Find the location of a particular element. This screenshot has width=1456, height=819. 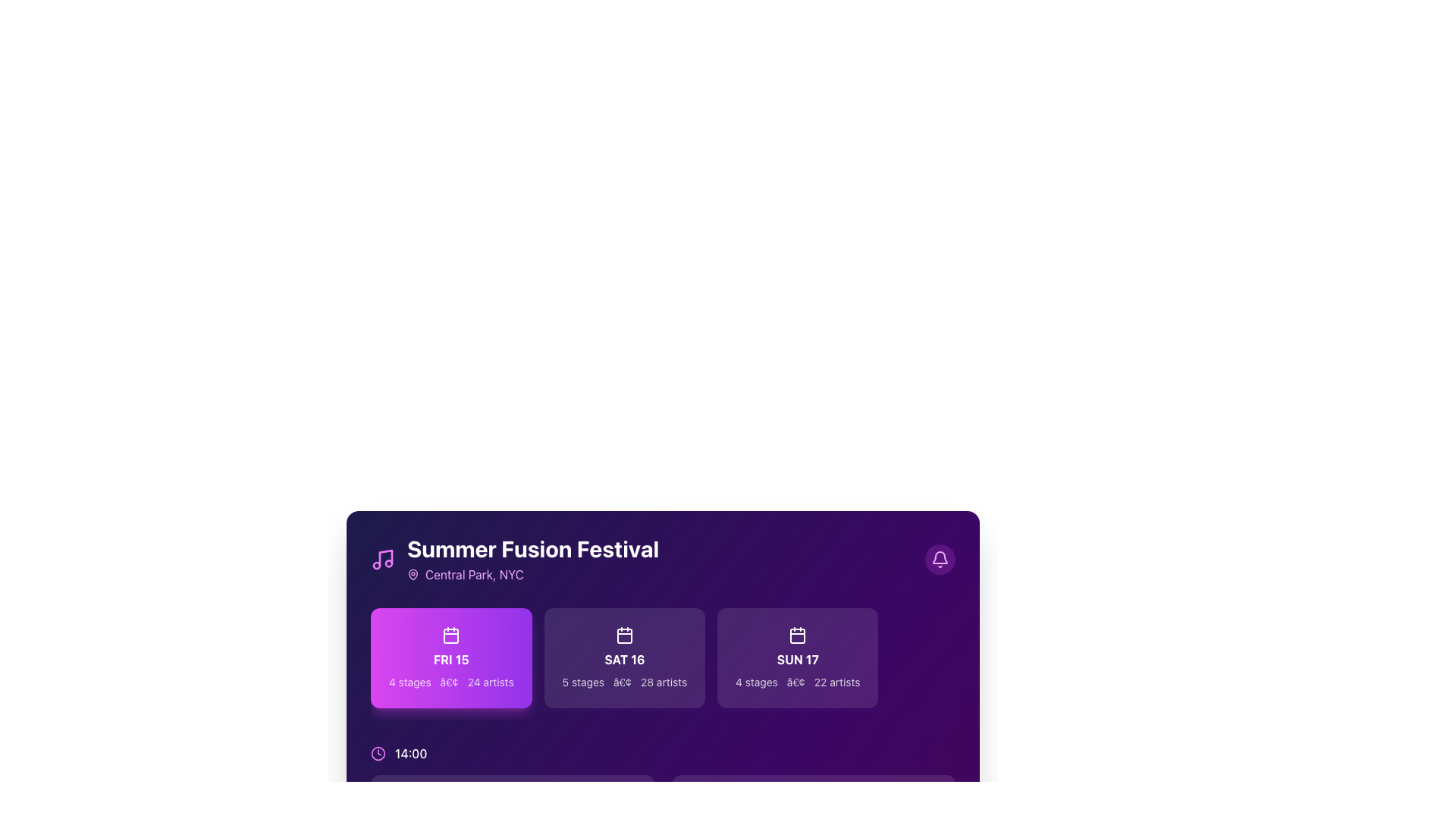

the card component displaying the date 'SAT 16', which is the second card in a set of three, with a purple gradient background and details about '5 stages' and '28 artists' is located at coordinates (663, 637).